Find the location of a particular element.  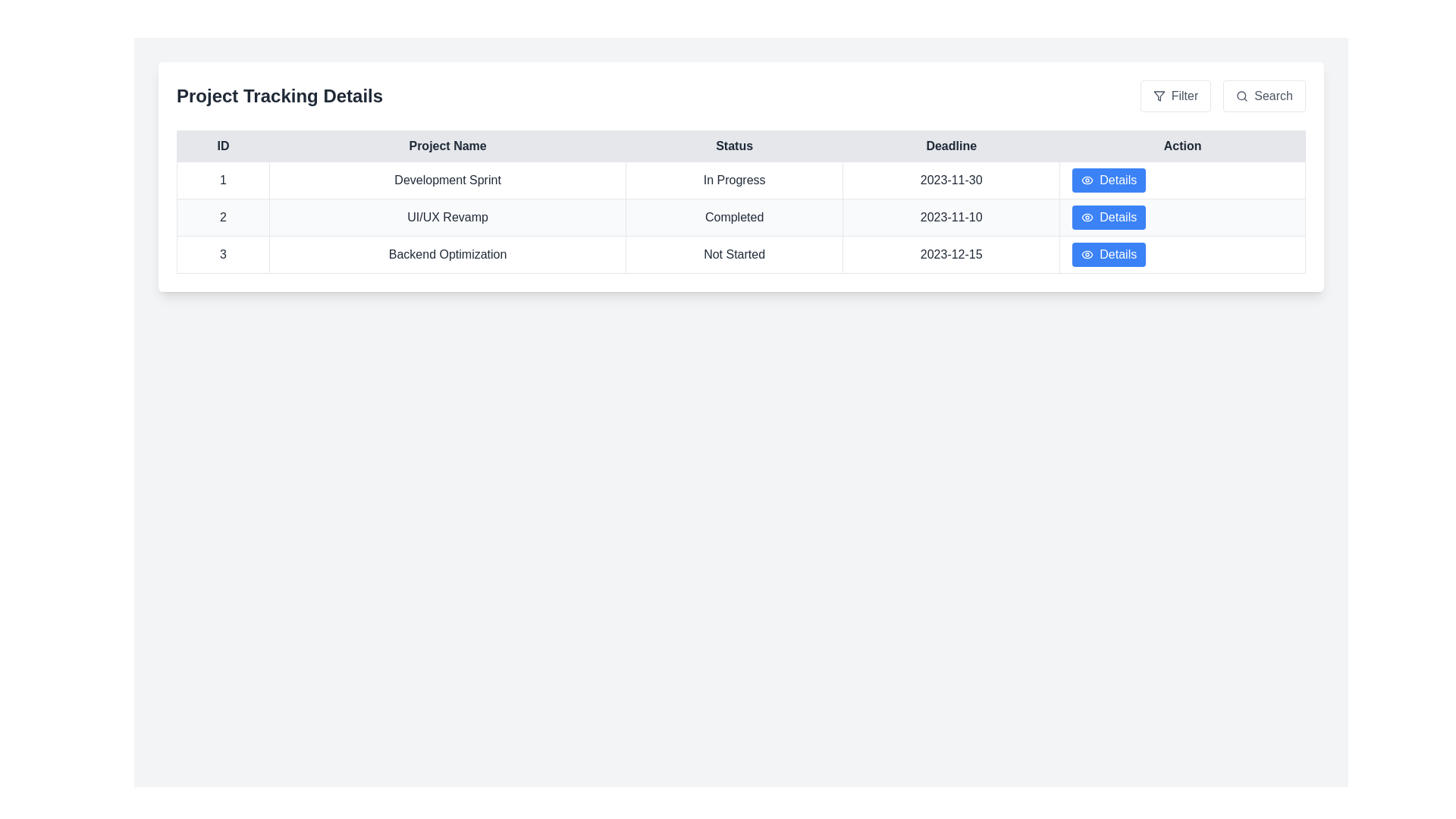

the text-based label indicating the current status of the project, which is 'Development Sprint', located in the third cell of the row labeled 'Development Sprint' under the 'Status' column is located at coordinates (734, 180).